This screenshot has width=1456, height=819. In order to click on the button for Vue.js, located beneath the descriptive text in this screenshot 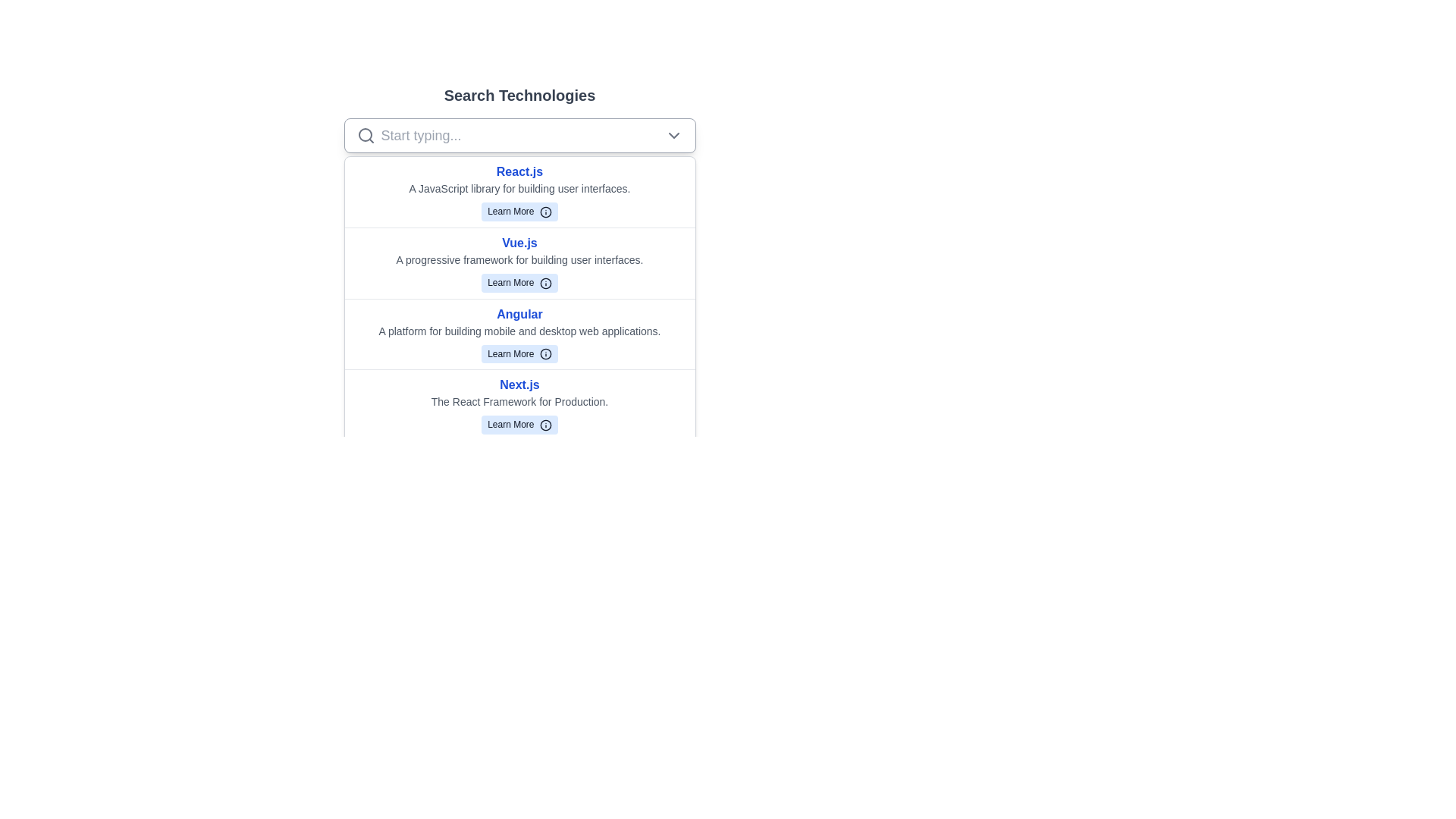, I will do `click(519, 283)`.